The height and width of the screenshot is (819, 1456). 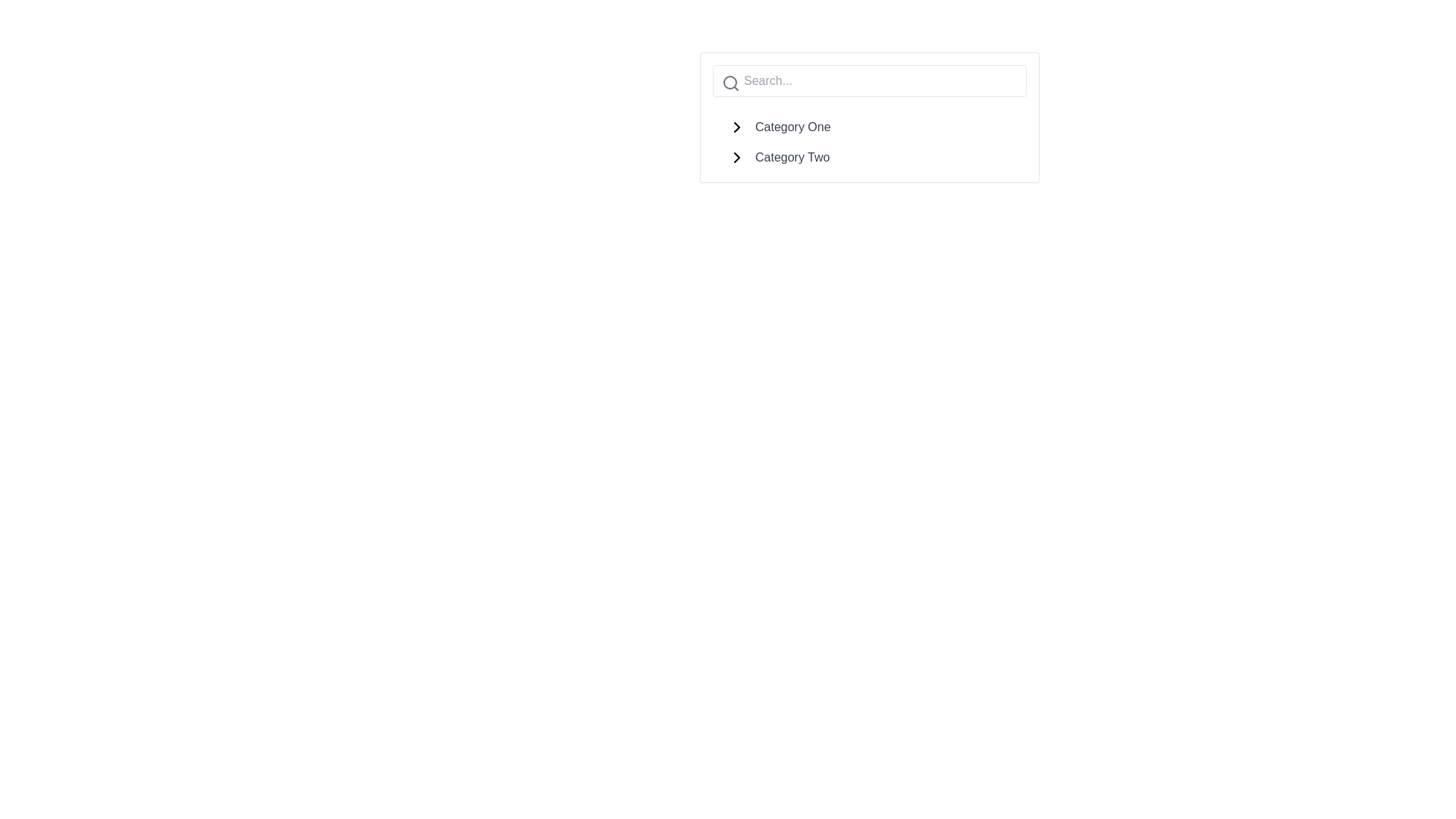 I want to click on search icon located on the left inside the search text input field, slightly above and to the left of the placeholder text 'Search...' for its accessibility label, so click(x=731, y=83).